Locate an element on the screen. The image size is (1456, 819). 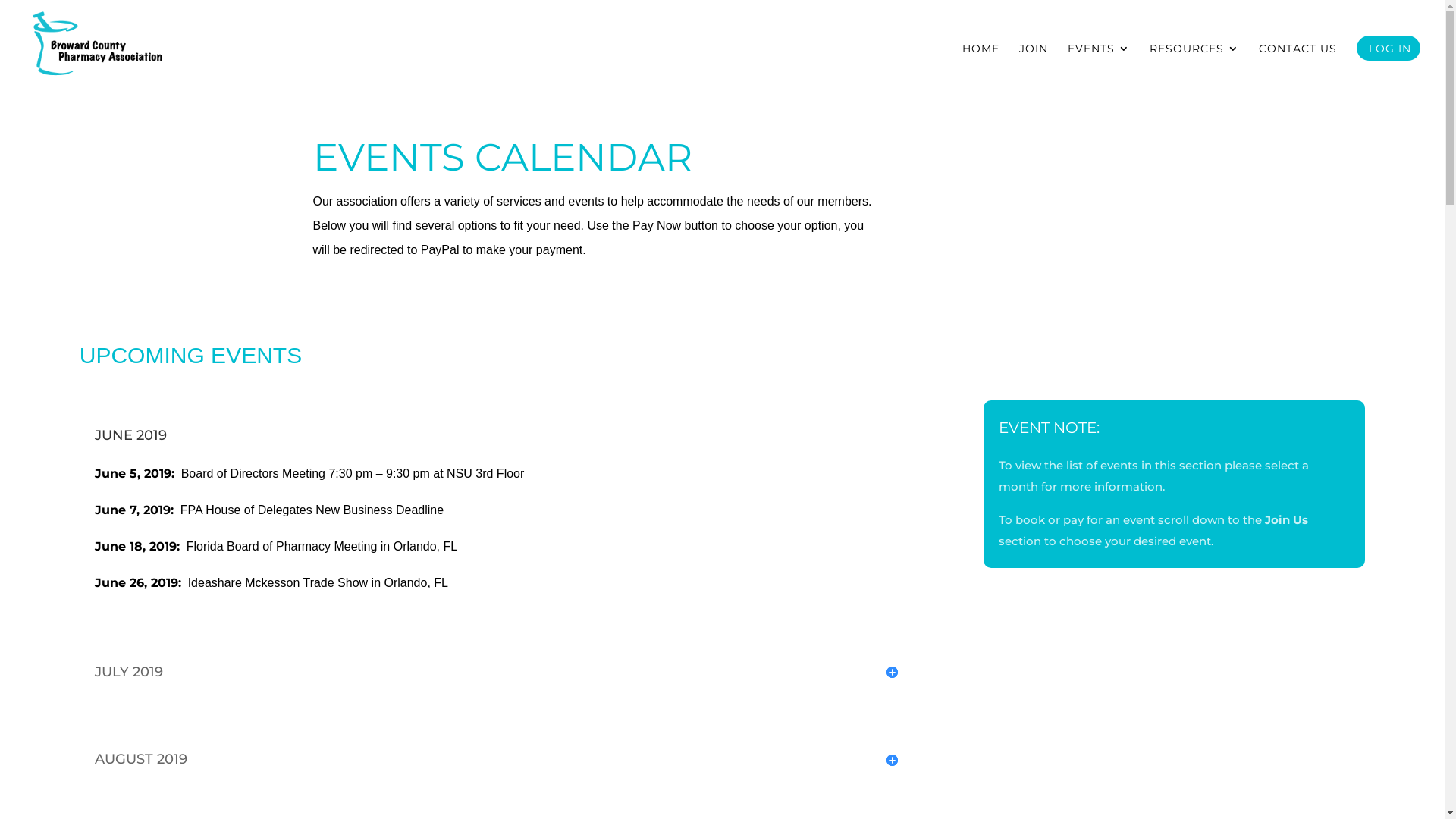
'HOME' is located at coordinates (981, 65).